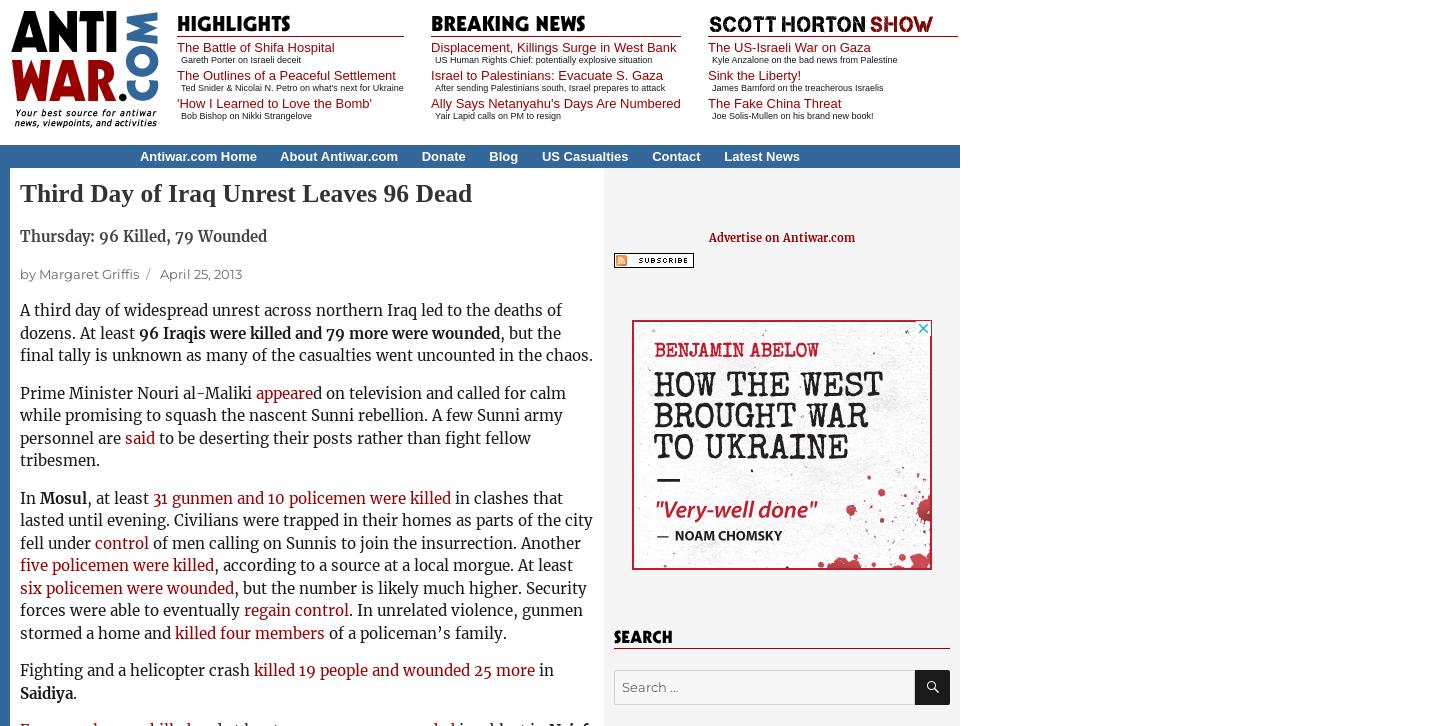 This screenshot has height=726, width=1440. Describe the element at coordinates (435, 87) in the screenshot. I see `'After sending Palestinians south, Israel prepares to attack'` at that location.